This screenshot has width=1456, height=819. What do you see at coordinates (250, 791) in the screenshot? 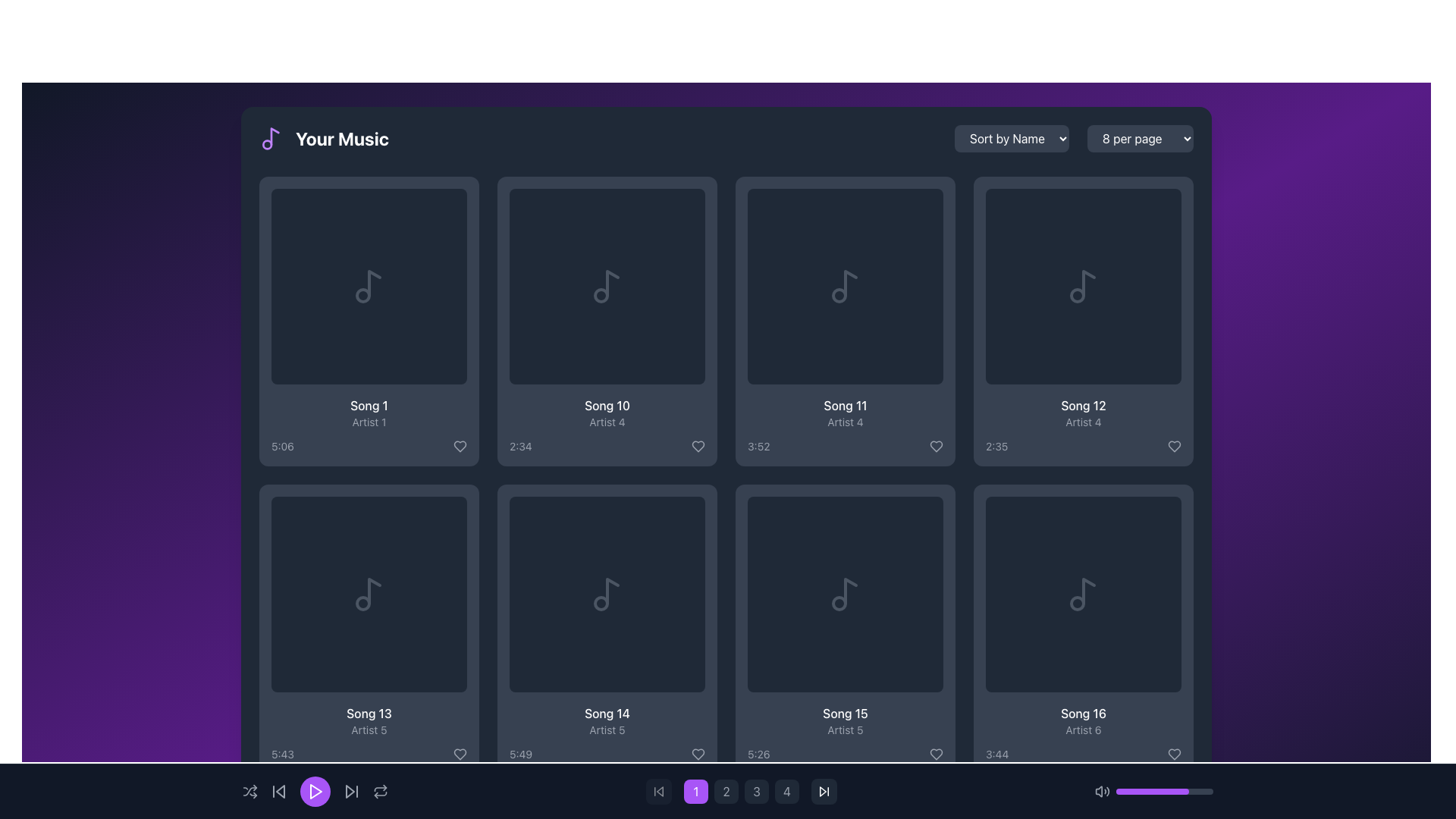
I see `the shuffle button located in the bottom-left corner of the playback control bar to change the icon color` at bounding box center [250, 791].